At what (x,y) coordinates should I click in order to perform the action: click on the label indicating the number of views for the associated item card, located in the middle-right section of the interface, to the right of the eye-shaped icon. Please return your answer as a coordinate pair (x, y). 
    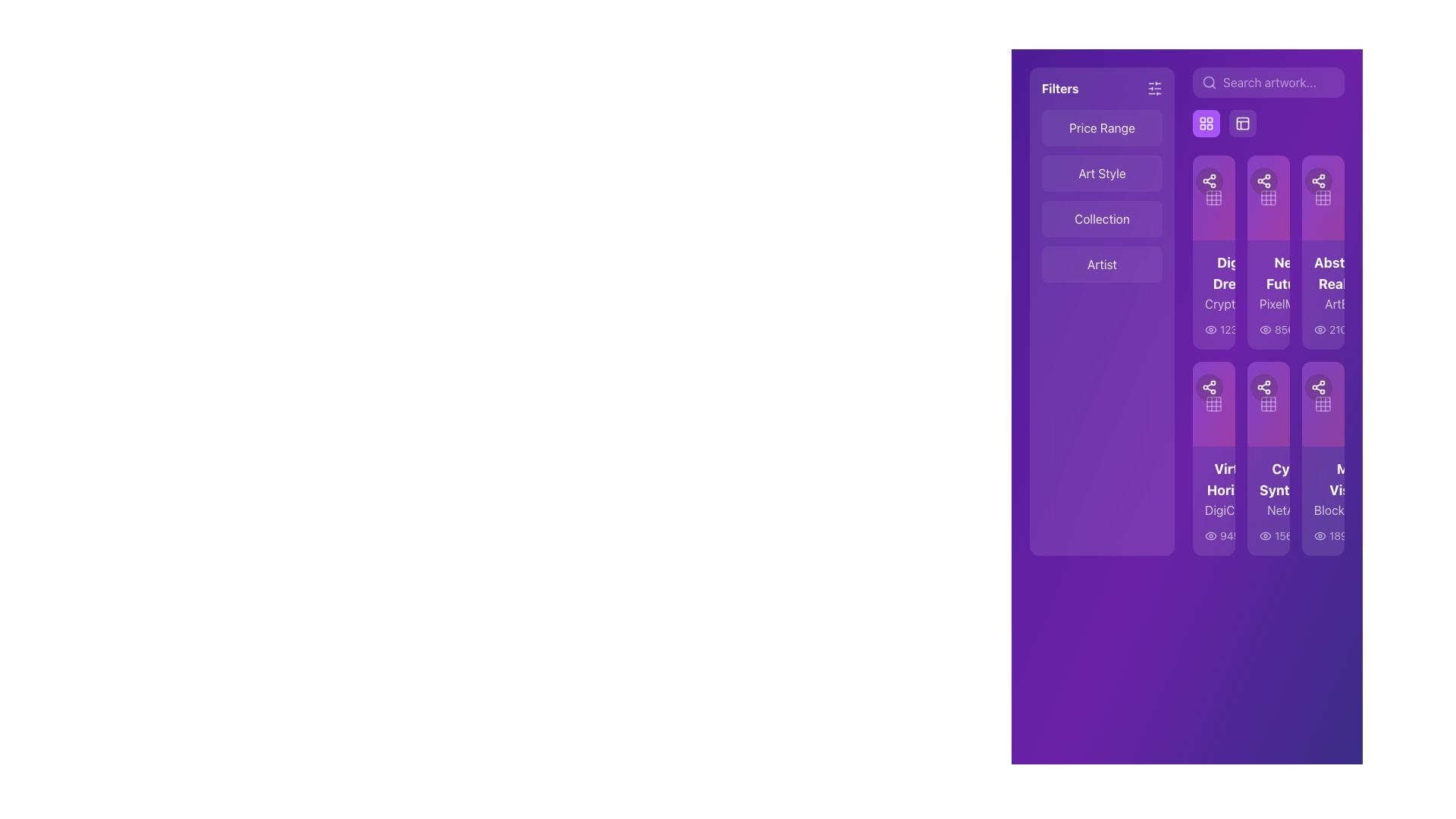
    Looking at the image, I should click on (1278, 535).